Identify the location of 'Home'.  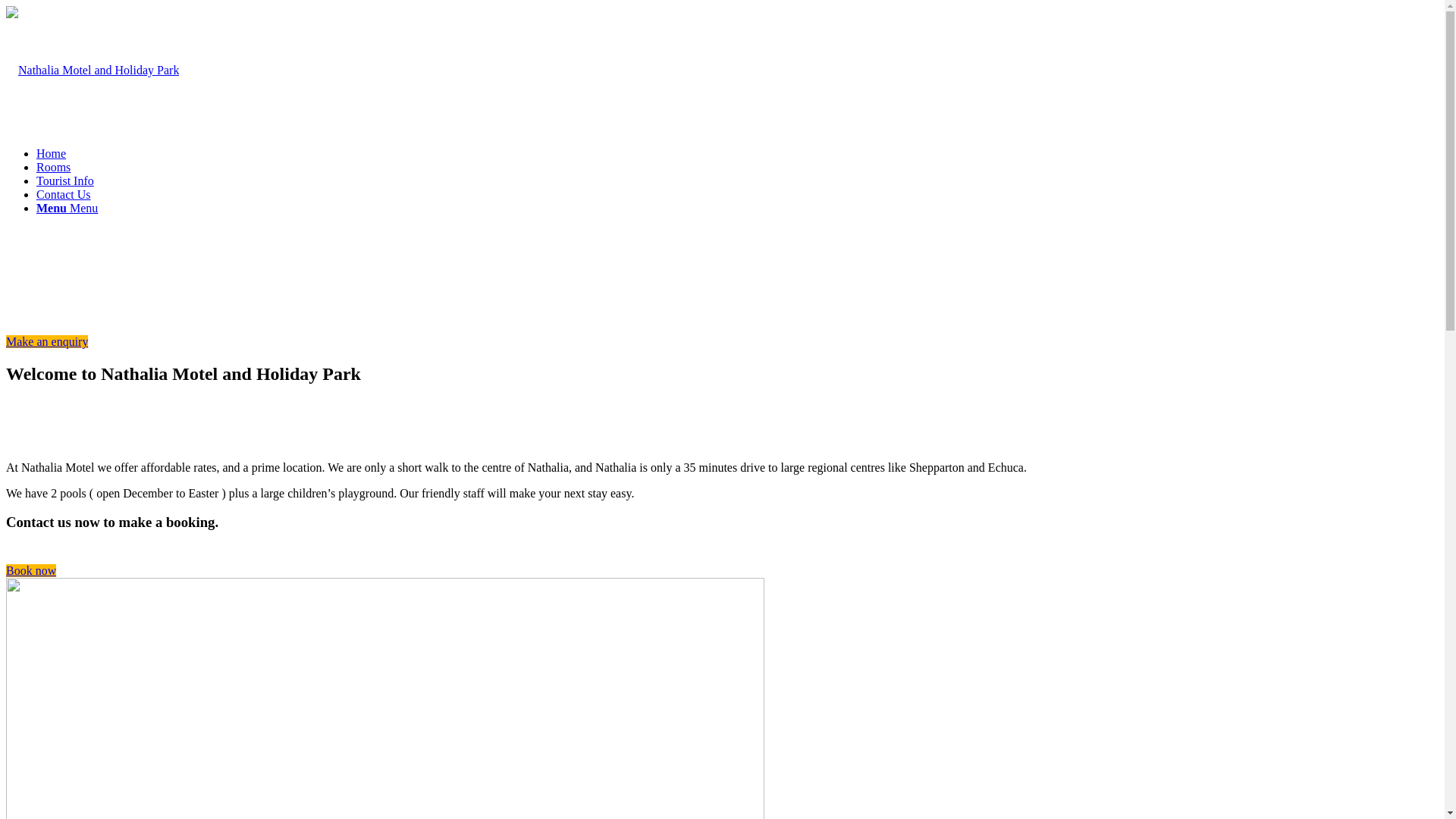
(51, 153).